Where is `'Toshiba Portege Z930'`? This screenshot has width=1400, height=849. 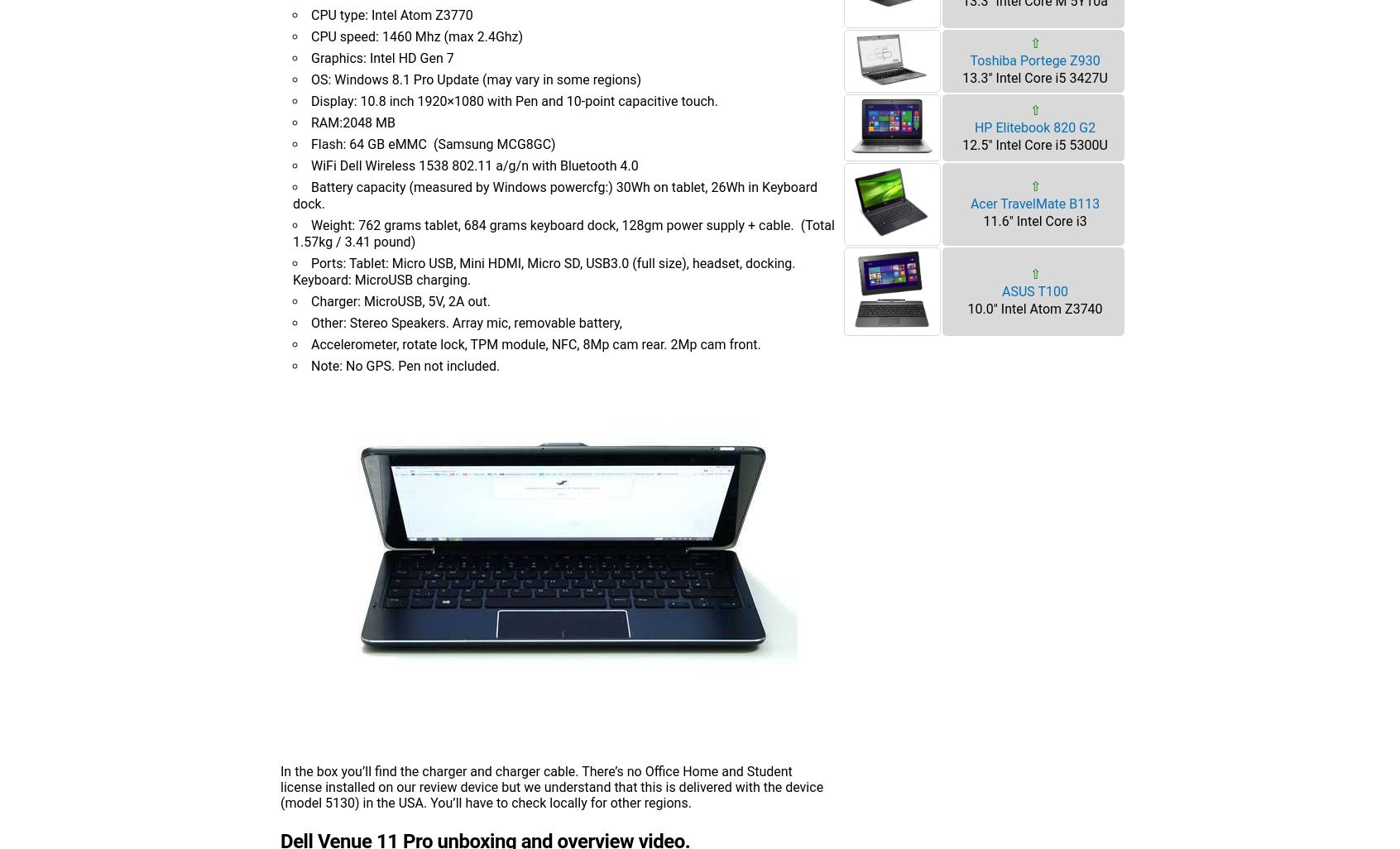
'Toshiba Portege Z930' is located at coordinates (1034, 60).